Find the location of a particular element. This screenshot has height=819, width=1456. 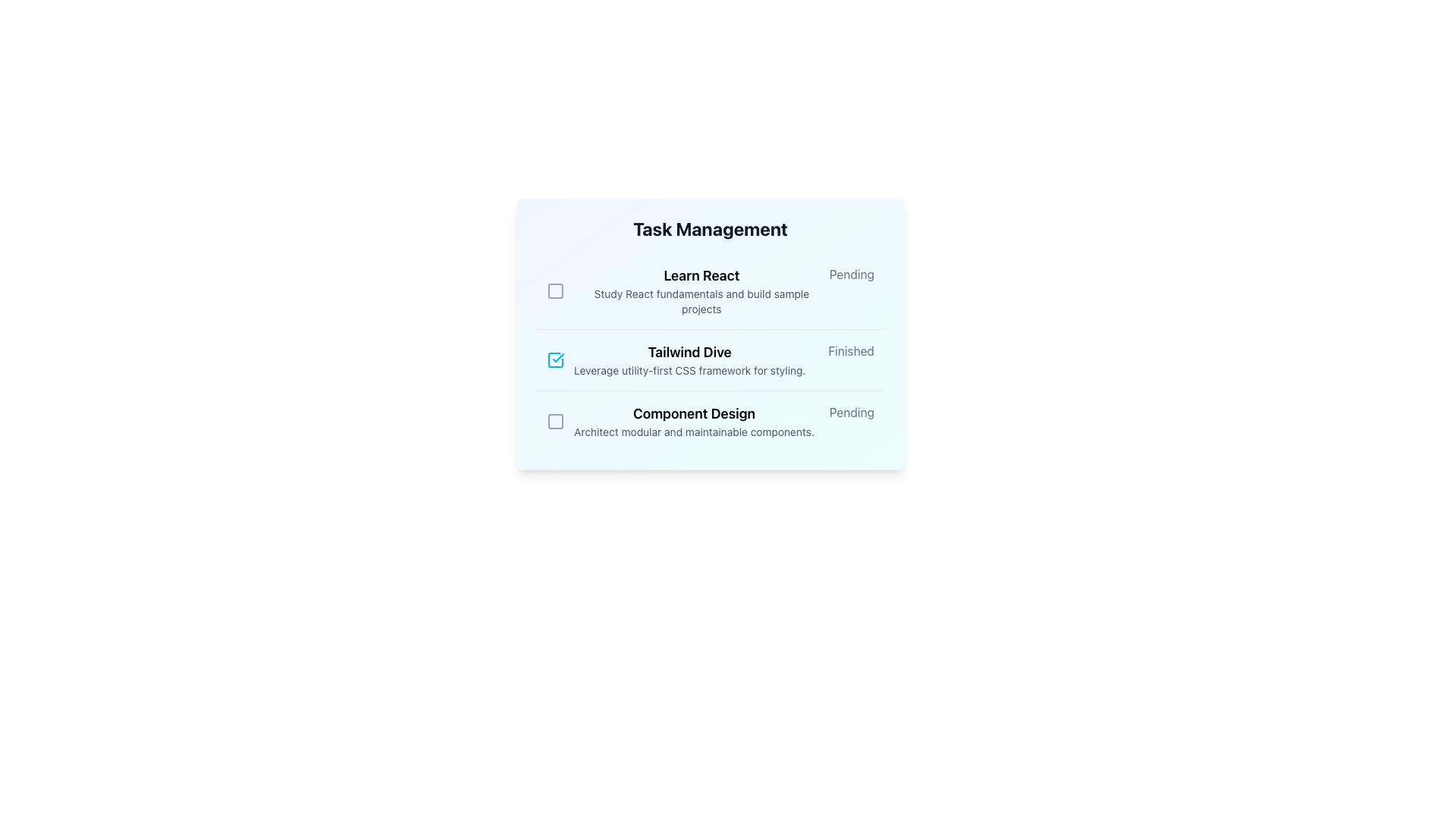

the unfilled gray outlined checkbox located to the left of the label text 'Component Design' is located at coordinates (555, 421).